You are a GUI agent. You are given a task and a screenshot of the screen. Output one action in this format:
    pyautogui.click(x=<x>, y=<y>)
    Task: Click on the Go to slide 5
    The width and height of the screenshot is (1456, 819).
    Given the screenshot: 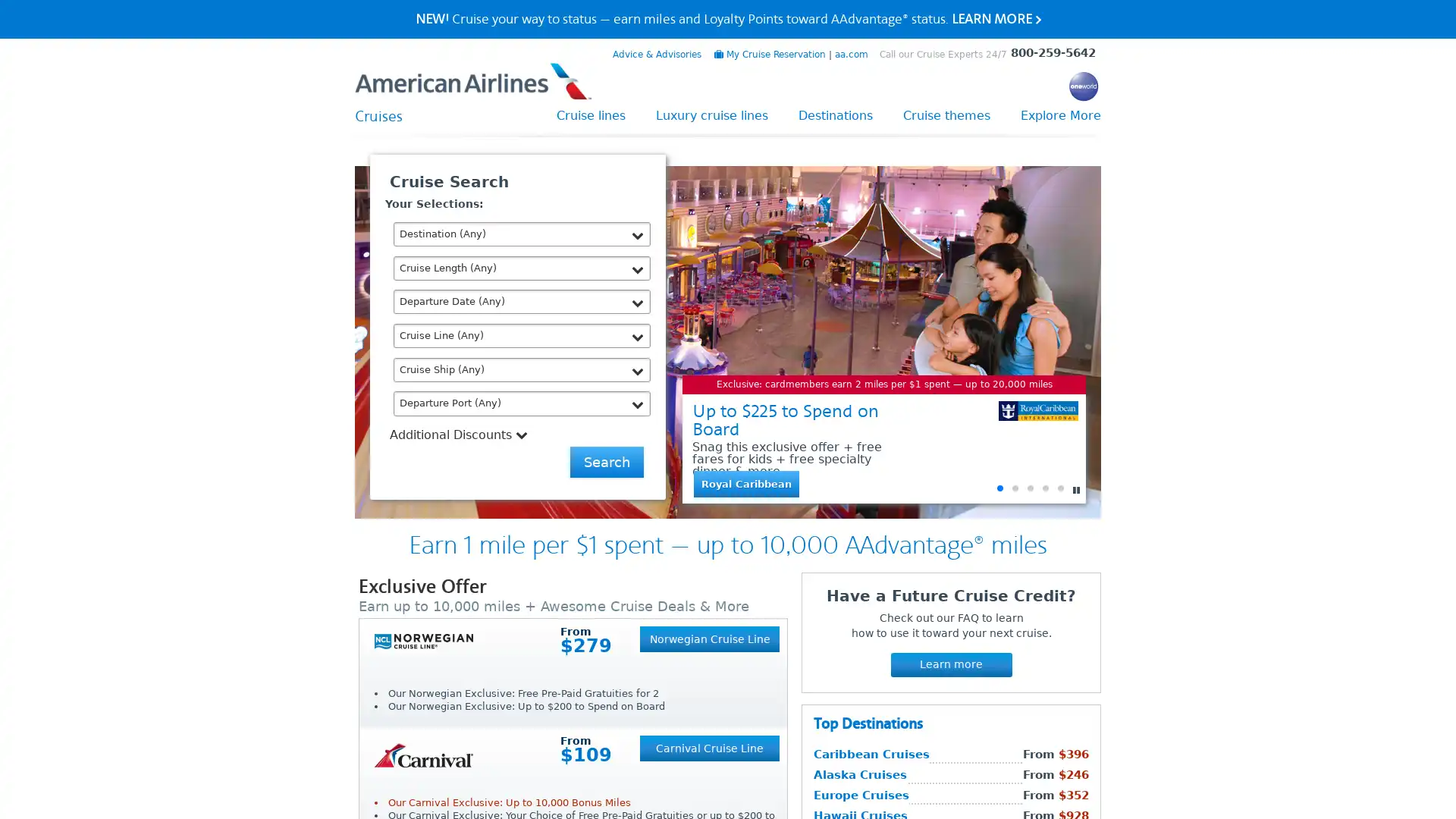 What is the action you would take?
    pyautogui.click(x=1059, y=488)
    